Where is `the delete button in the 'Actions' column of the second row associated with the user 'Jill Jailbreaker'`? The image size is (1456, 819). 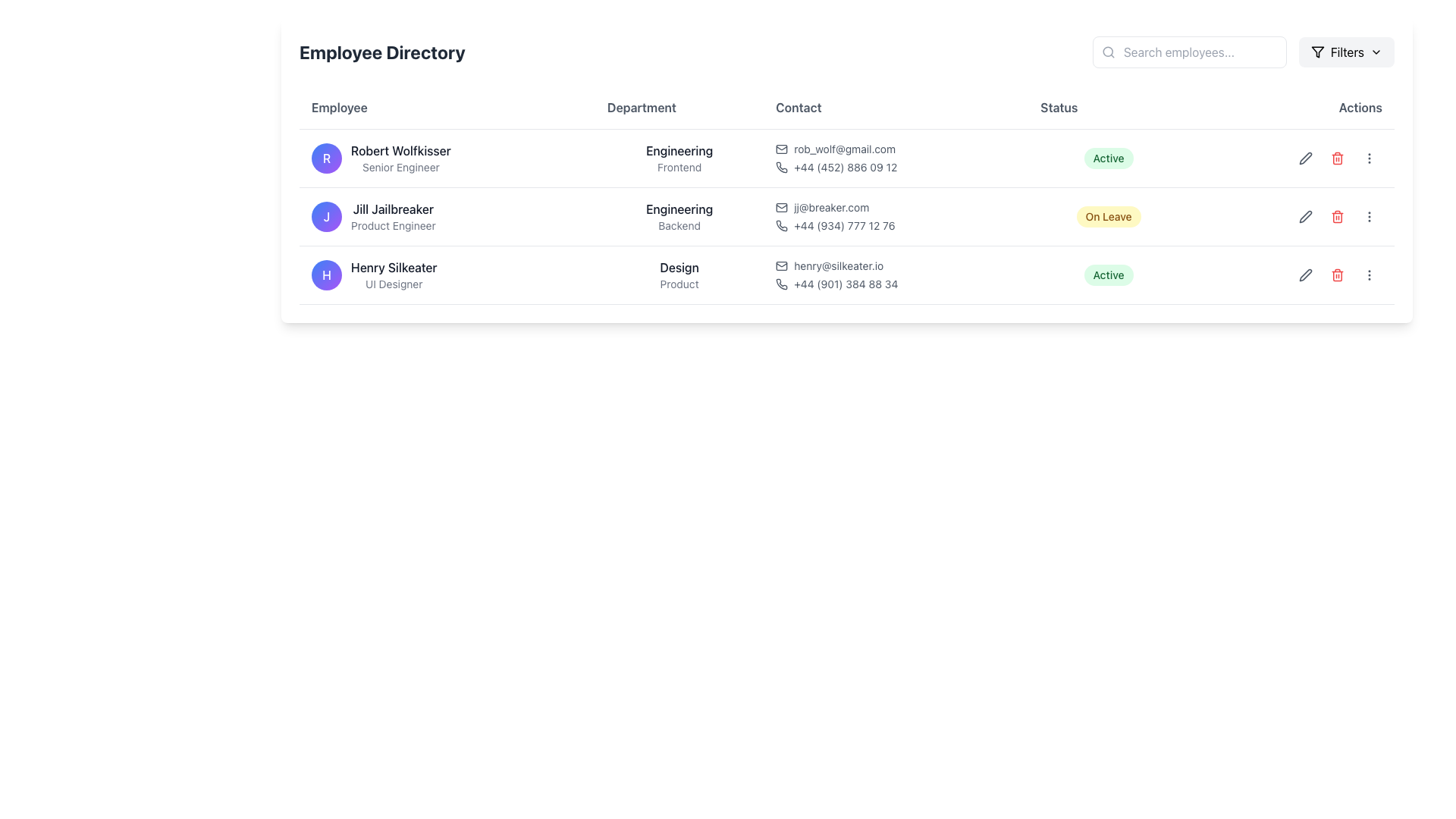 the delete button in the 'Actions' column of the second row associated with the user 'Jill Jailbreaker' is located at coordinates (1337, 216).